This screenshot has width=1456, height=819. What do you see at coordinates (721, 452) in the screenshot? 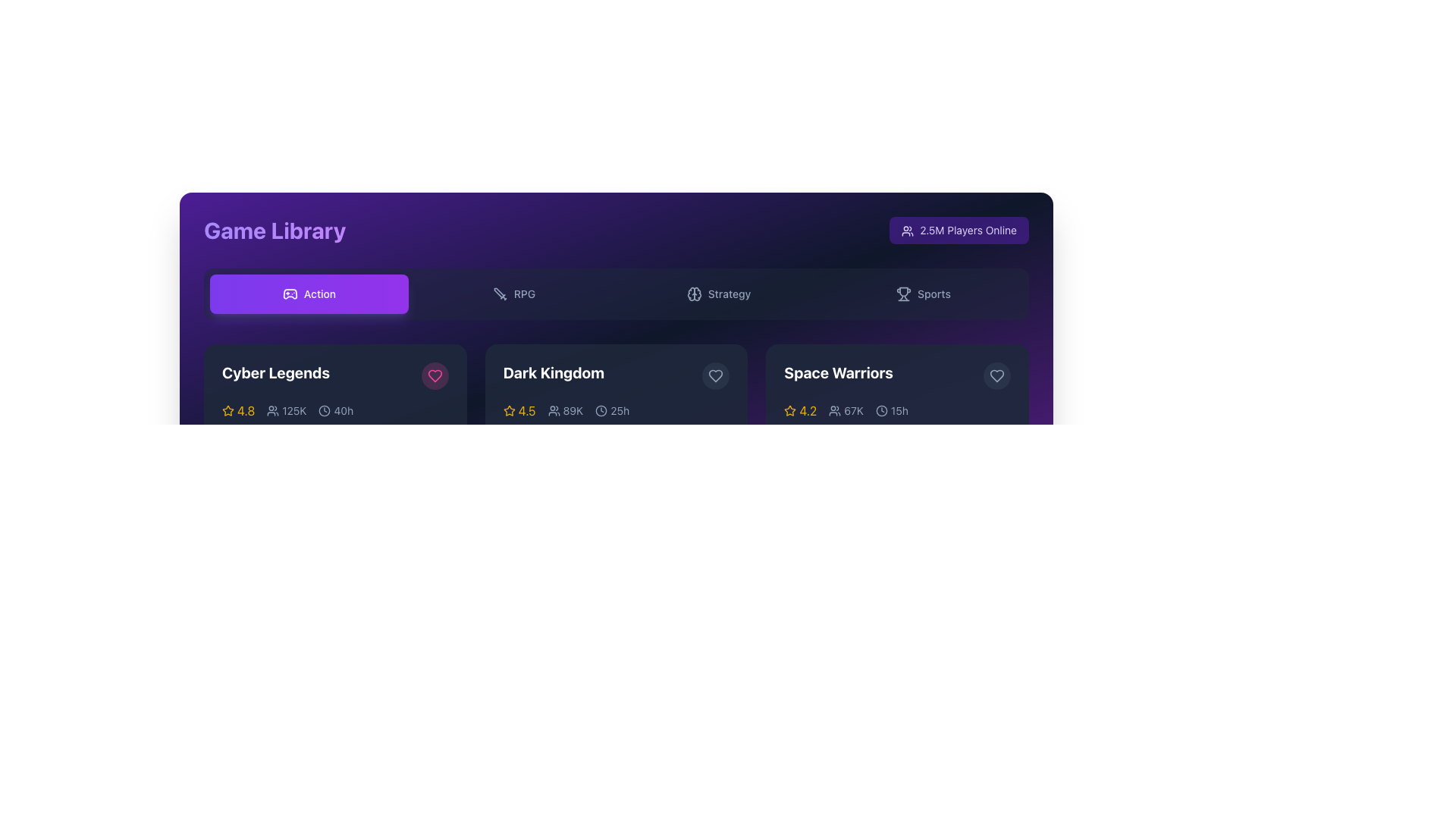
I see `the fourth decorative bar or indicator, which is part of a sequence of five elements positioned horizontally near the bottom center of the interface` at bounding box center [721, 452].